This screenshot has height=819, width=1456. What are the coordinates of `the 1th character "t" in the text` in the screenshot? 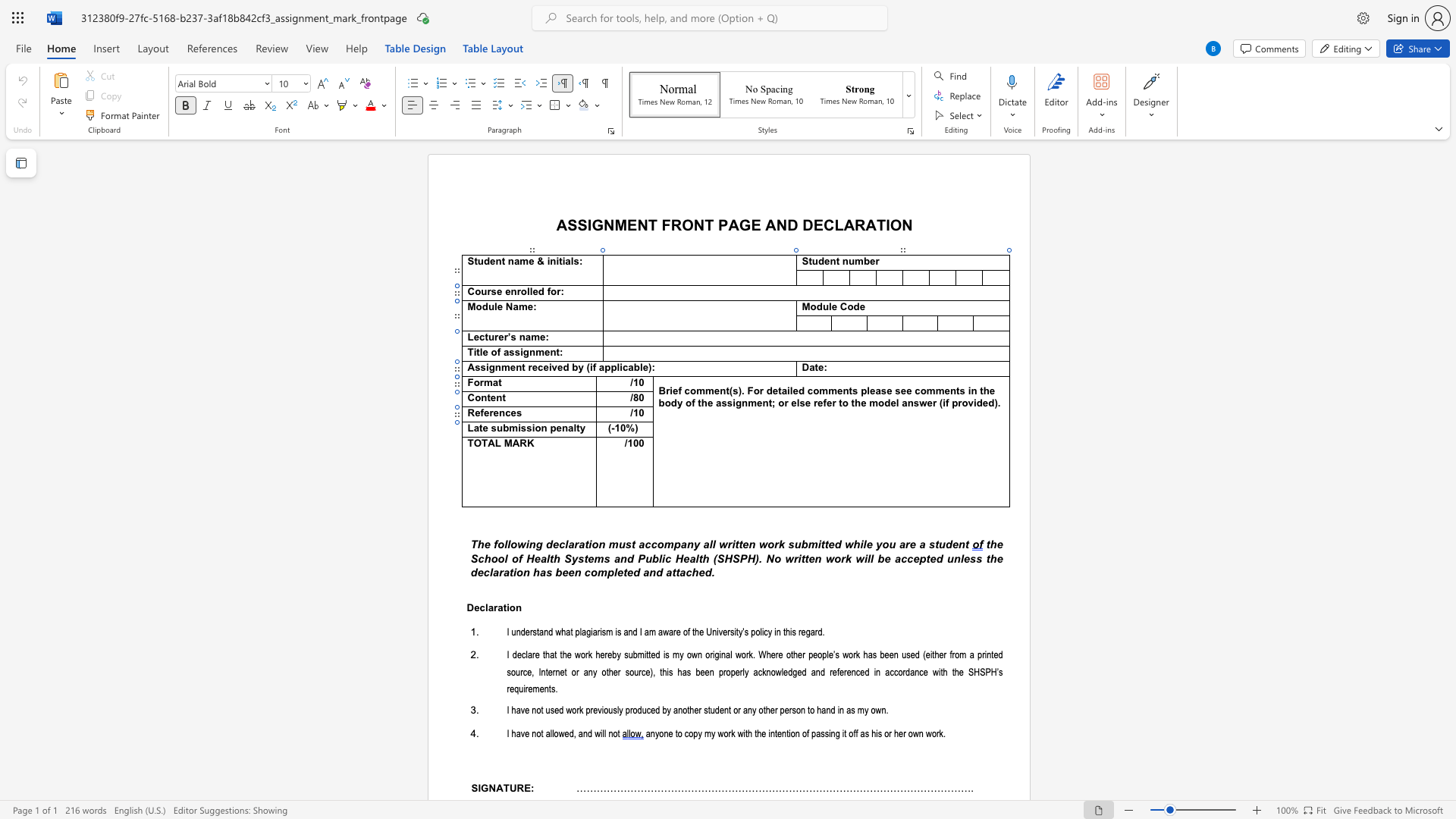 It's located at (480, 428).